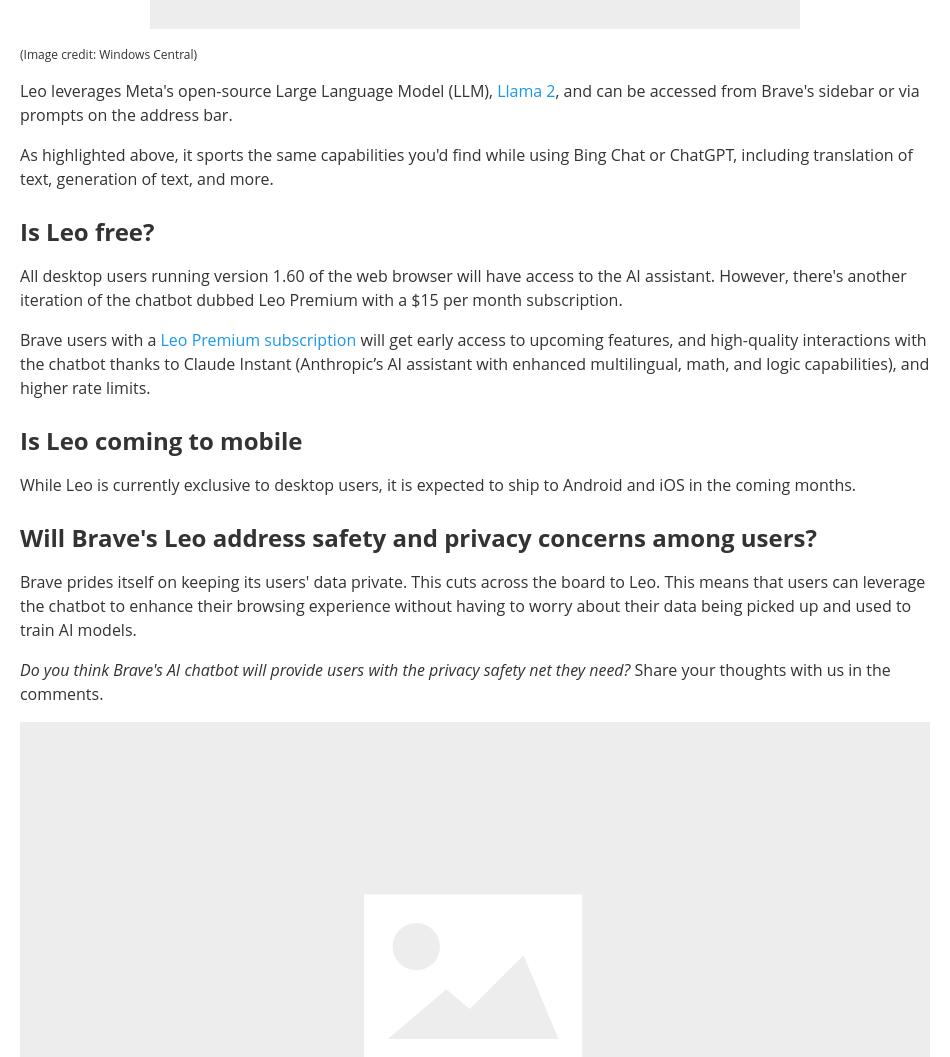 The width and height of the screenshot is (950, 1057). What do you see at coordinates (471, 605) in the screenshot?
I see `'Brave prides itself on keeping its users' data private. This cuts across the board to Leo. This means that users can leverage the chatbot to enhance their browsing experience without having to worry about their data being picked up and used to train AI models.'` at bounding box center [471, 605].